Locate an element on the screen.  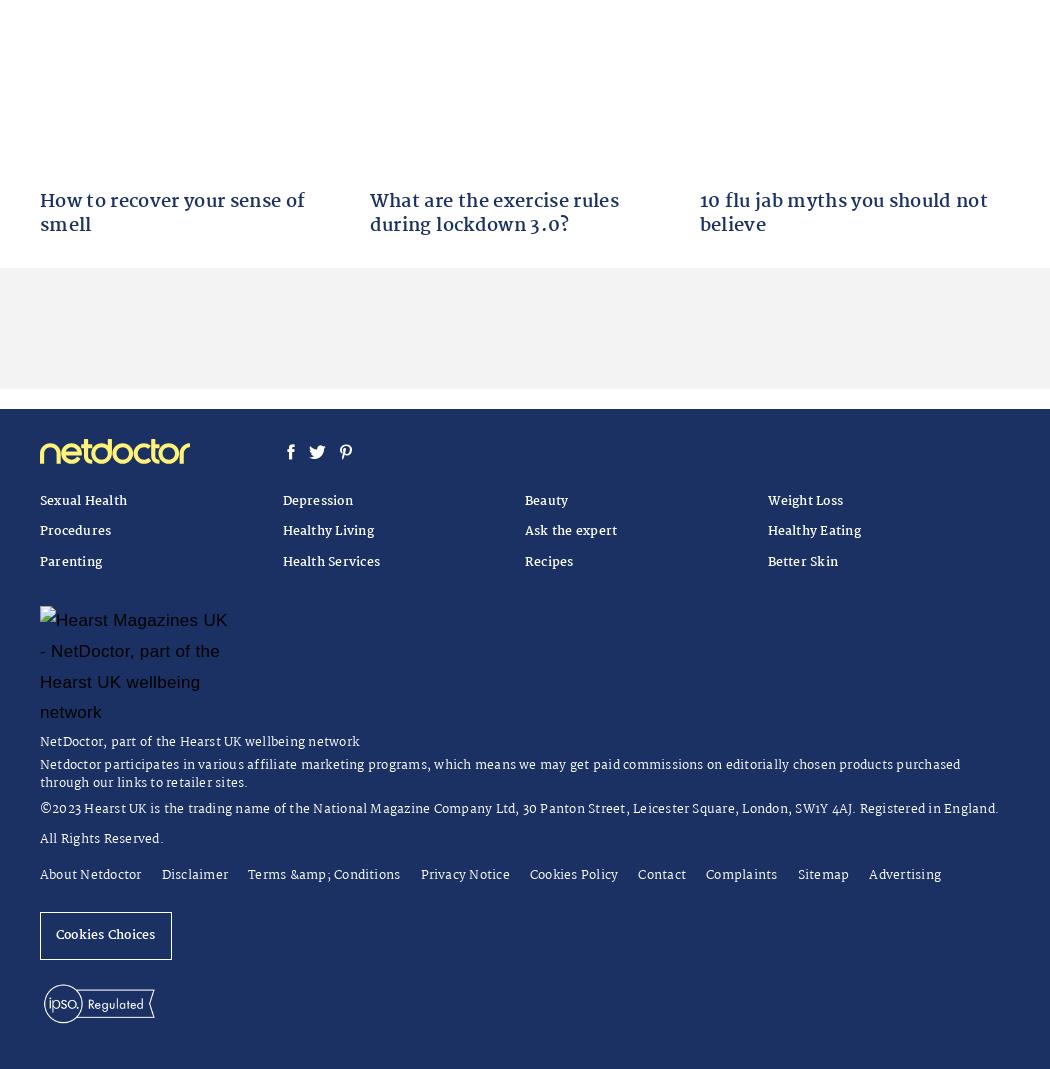
'©2023 Hearst UK is the trading name of the National Magazine Company Ltd, 30 Panton Street, Leicester Square, London, SW1Y 4AJ. Registered in England. All Rights Reserved.' is located at coordinates (518, 823).